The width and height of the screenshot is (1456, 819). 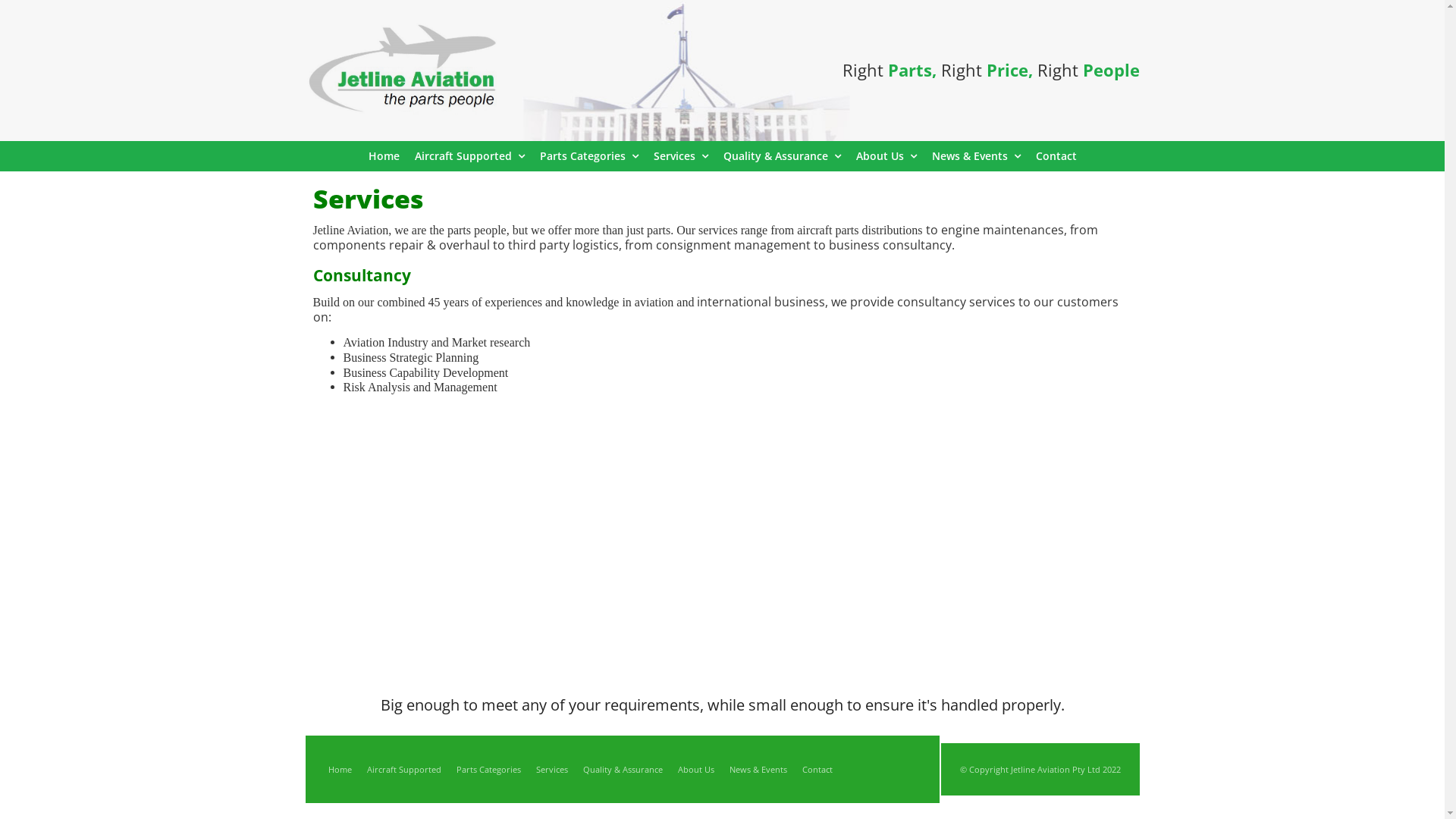 What do you see at coordinates (550, 769) in the screenshot?
I see `'Services'` at bounding box center [550, 769].